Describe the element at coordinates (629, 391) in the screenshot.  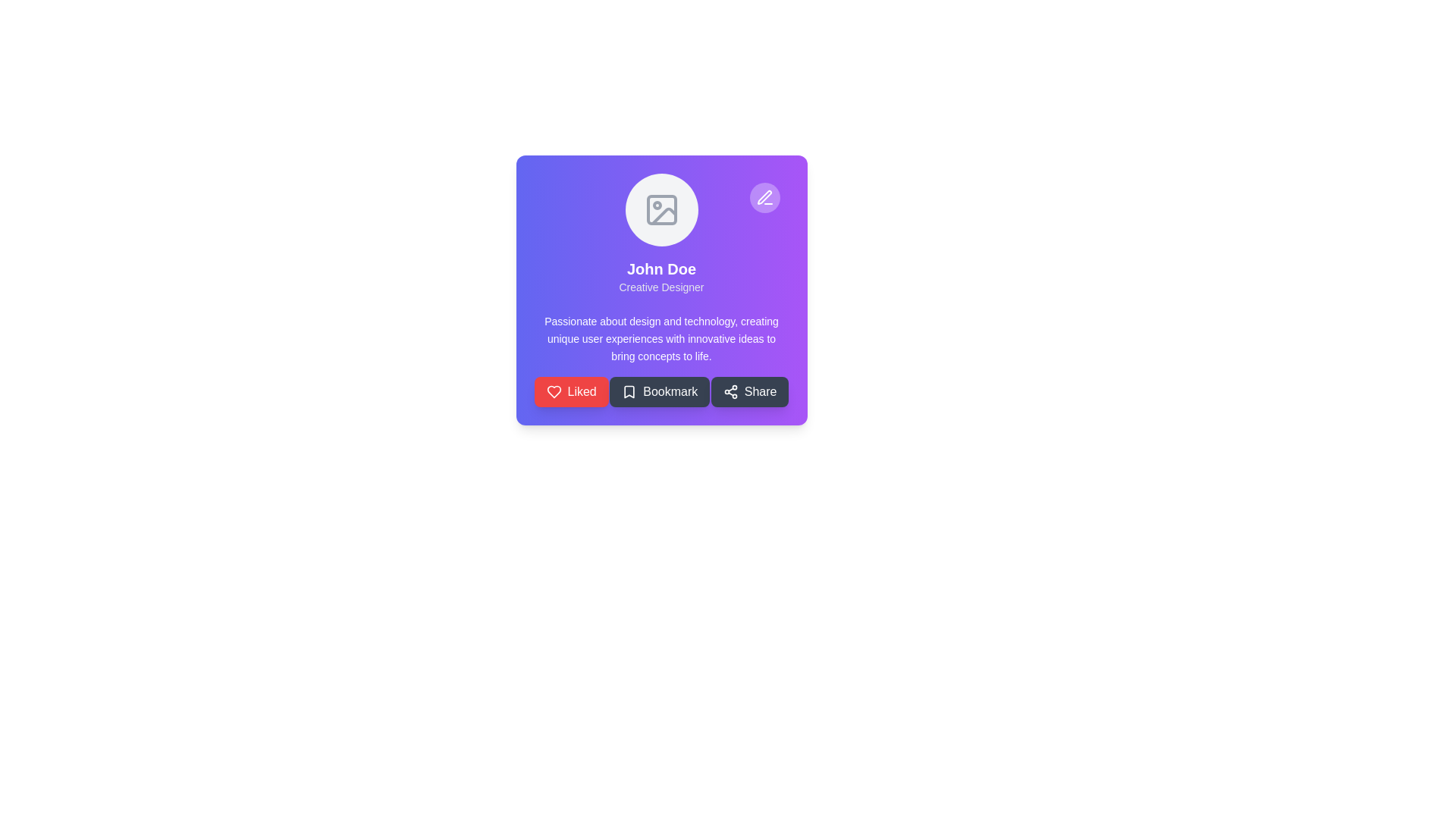
I see `the bookmark icon, which is an outlined vertical rectangle with a pointed bottom, styled with a white stroke against a dark background, located within the 'Bookmark' button below the profile card` at that location.